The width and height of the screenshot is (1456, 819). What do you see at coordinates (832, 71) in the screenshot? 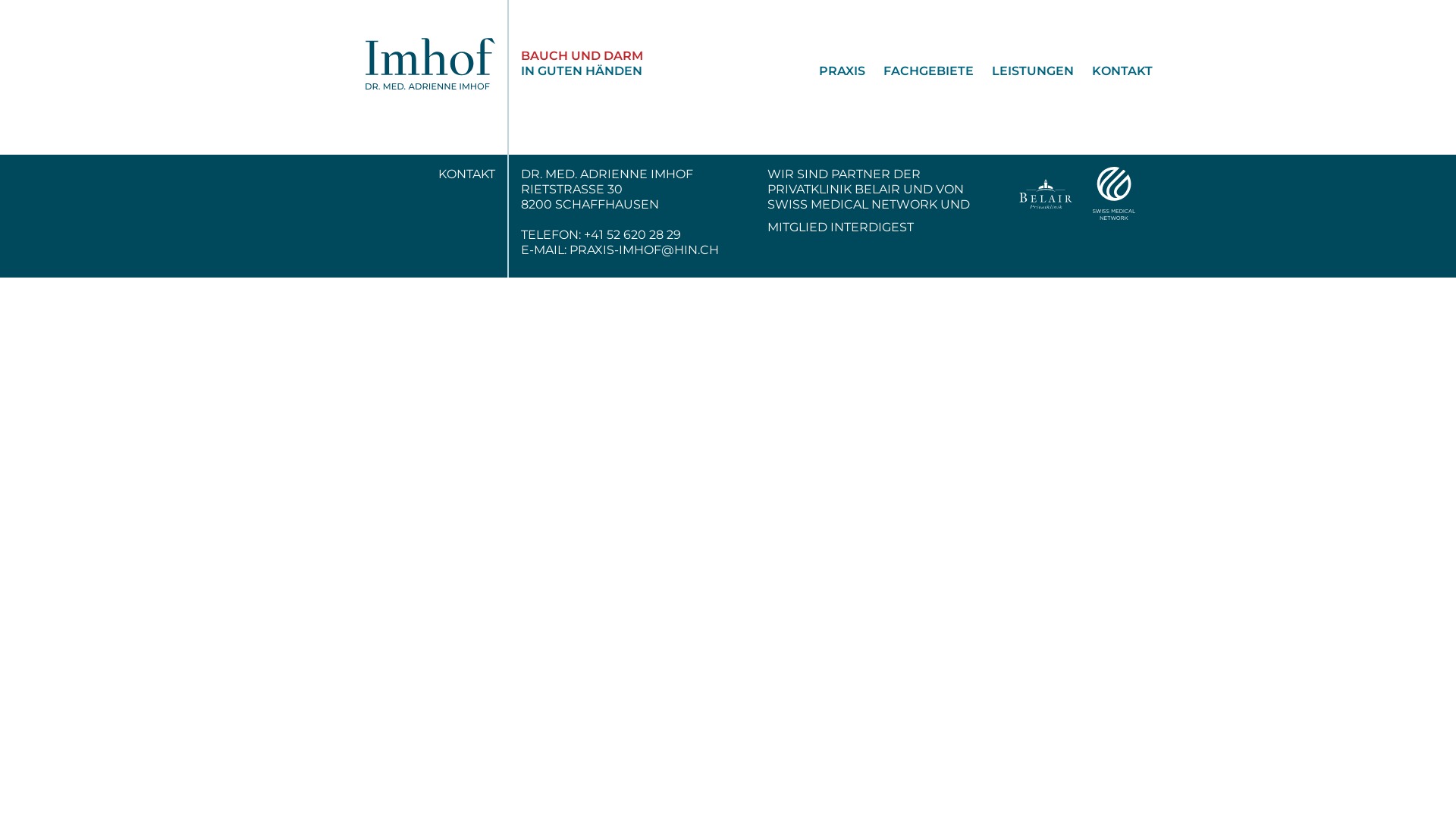
I see `'PRAXIS'` at bounding box center [832, 71].